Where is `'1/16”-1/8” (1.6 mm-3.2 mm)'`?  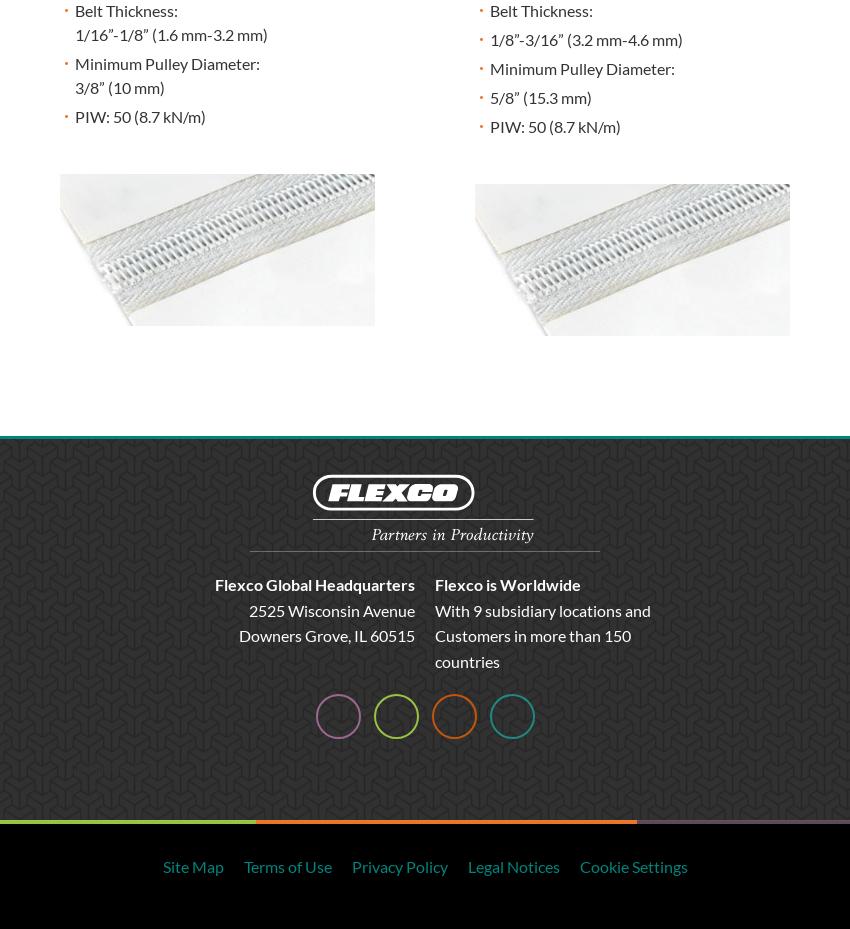 '1/16”-1/8” (1.6 mm-3.2 mm)' is located at coordinates (74, 33).